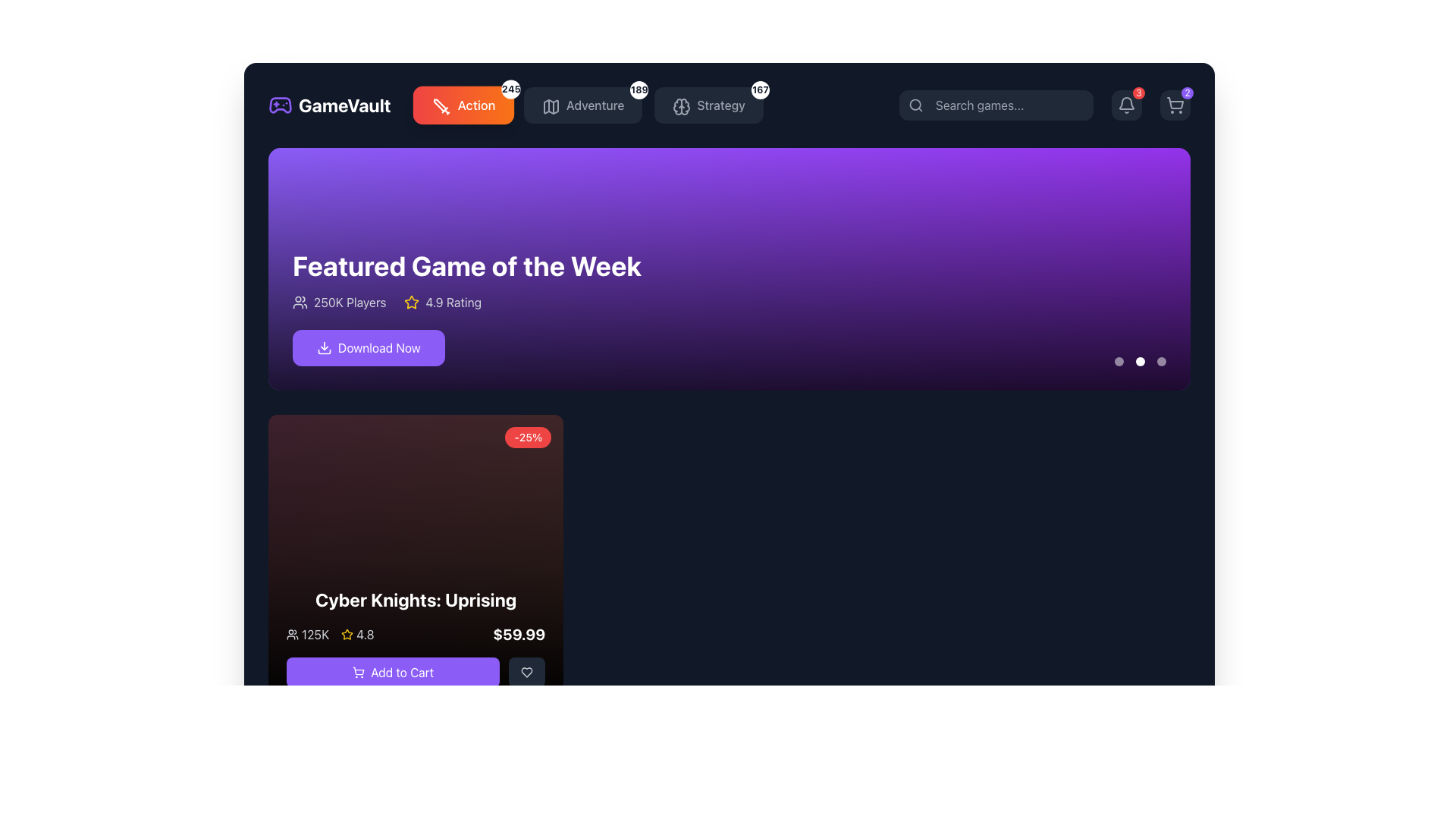 The width and height of the screenshot is (1456, 819). What do you see at coordinates (358, 672) in the screenshot?
I see `the shopping cart icon located inside the 'Add to Cart' button beneath the product description for 'Cyber Knights: Uprising'` at bounding box center [358, 672].